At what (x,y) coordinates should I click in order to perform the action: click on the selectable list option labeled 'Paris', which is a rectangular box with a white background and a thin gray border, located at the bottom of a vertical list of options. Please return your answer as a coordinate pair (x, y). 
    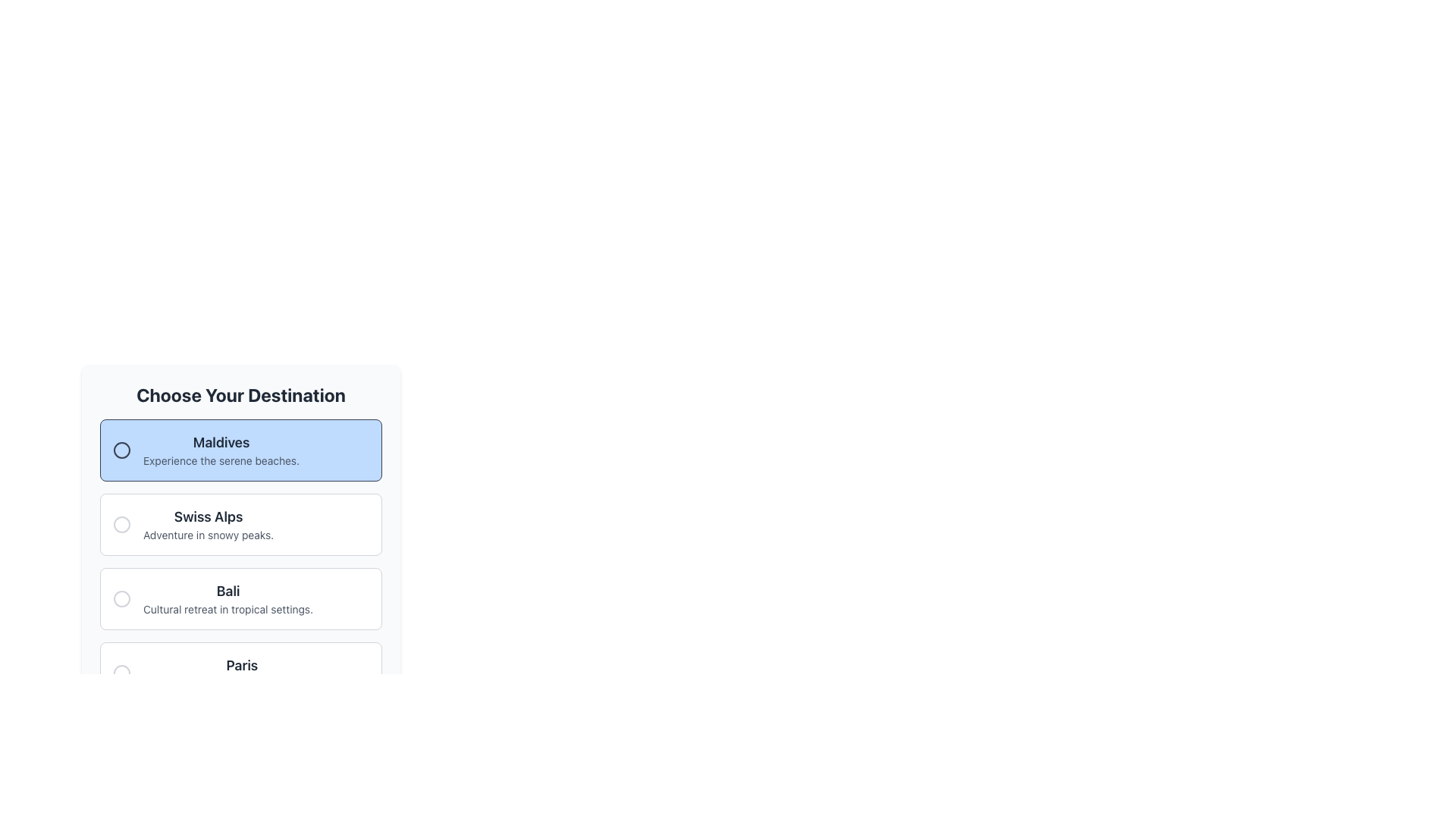
    Looking at the image, I should click on (240, 672).